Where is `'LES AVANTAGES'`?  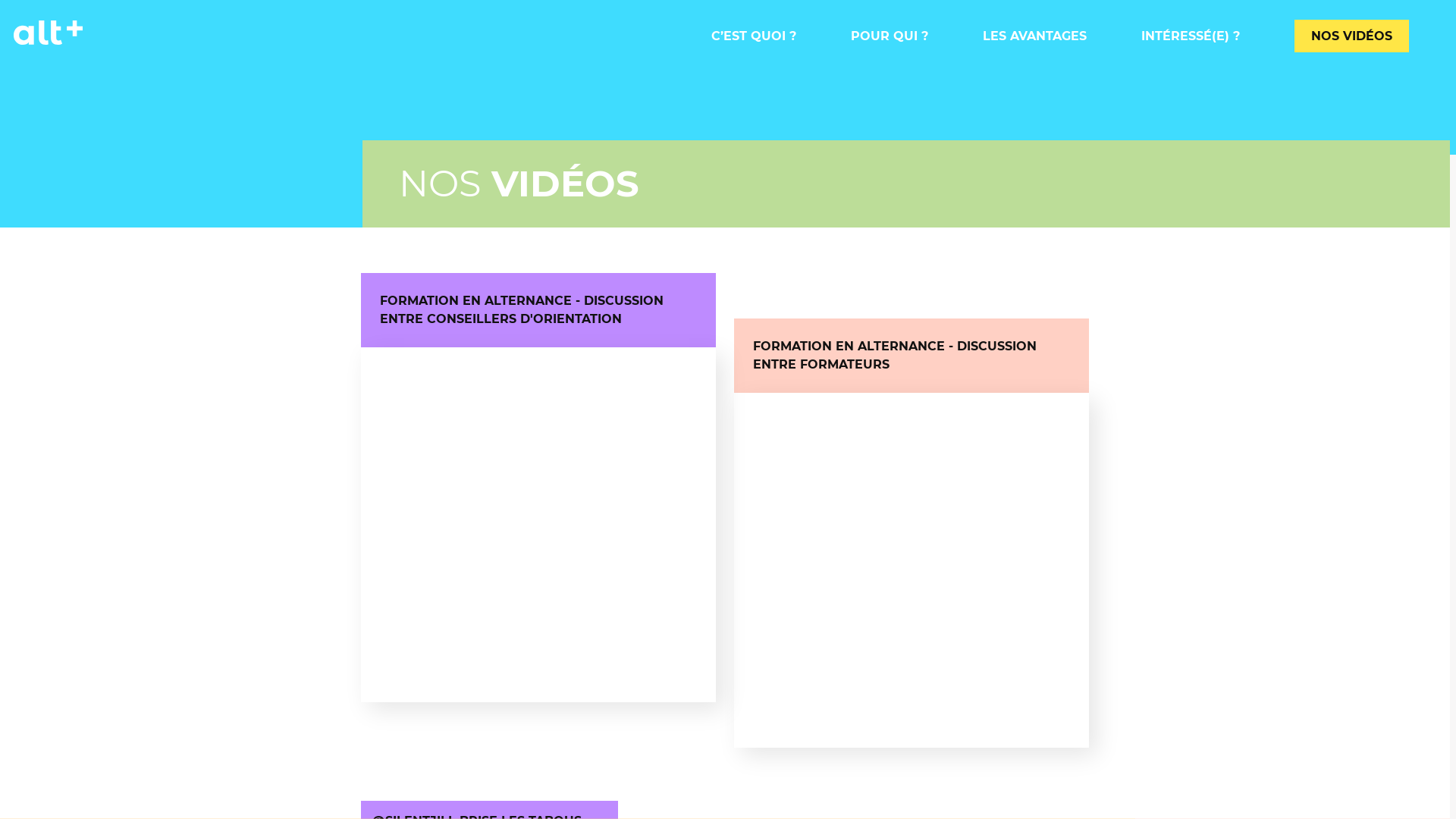
'LES AVANTAGES' is located at coordinates (983, 35).